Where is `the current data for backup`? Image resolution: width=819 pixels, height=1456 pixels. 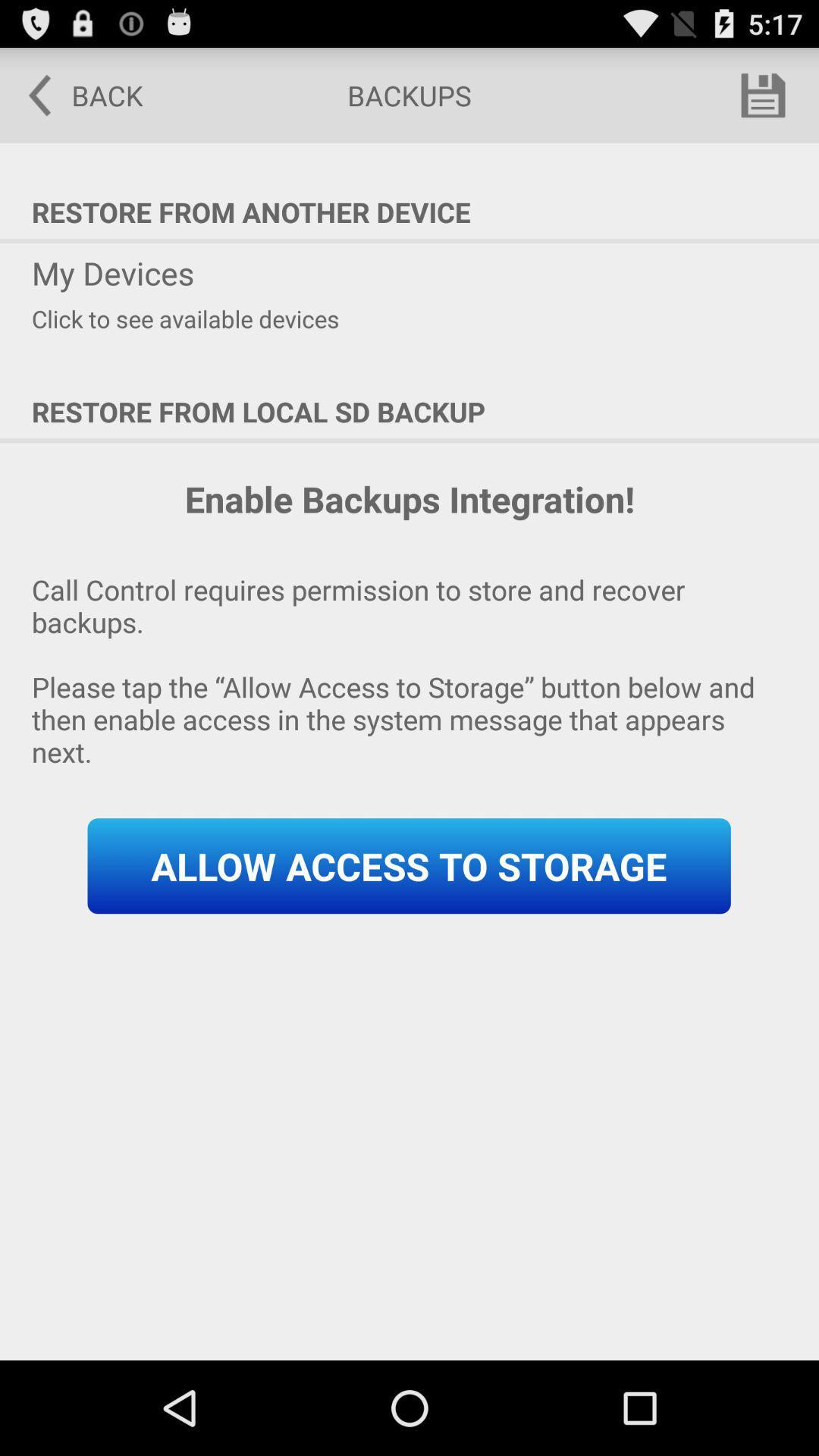 the current data for backup is located at coordinates (763, 94).